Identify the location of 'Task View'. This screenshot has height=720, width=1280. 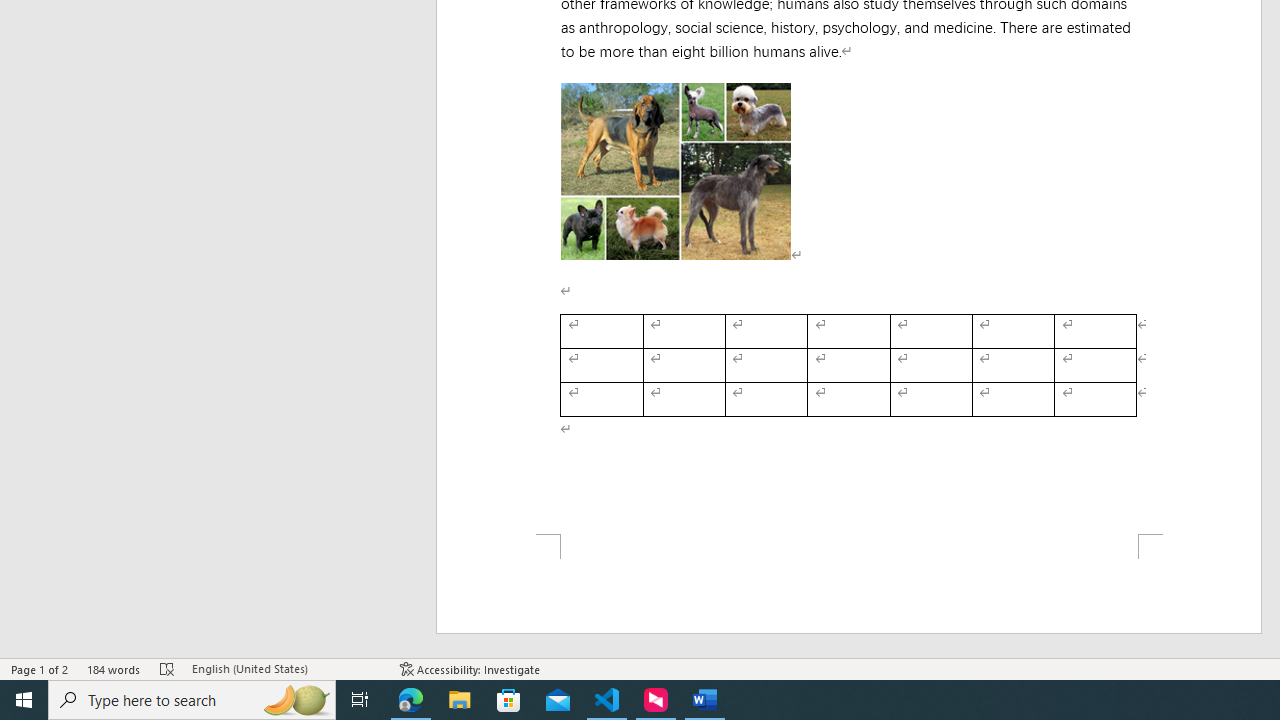
(359, 698).